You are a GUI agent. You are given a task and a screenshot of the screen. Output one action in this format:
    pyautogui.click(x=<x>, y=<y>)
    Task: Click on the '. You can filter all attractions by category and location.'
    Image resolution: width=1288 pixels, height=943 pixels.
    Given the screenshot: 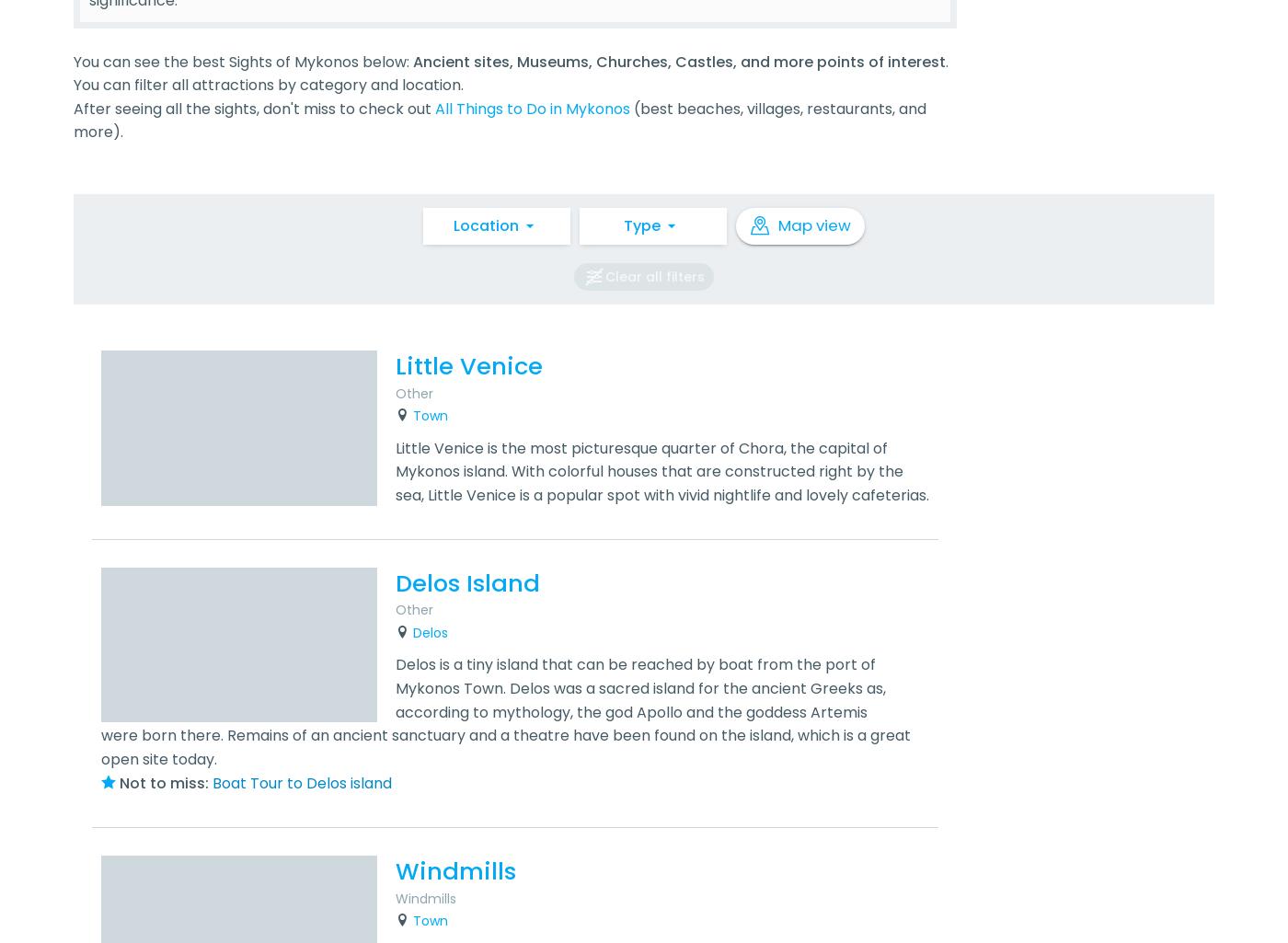 What is the action you would take?
    pyautogui.click(x=511, y=72)
    